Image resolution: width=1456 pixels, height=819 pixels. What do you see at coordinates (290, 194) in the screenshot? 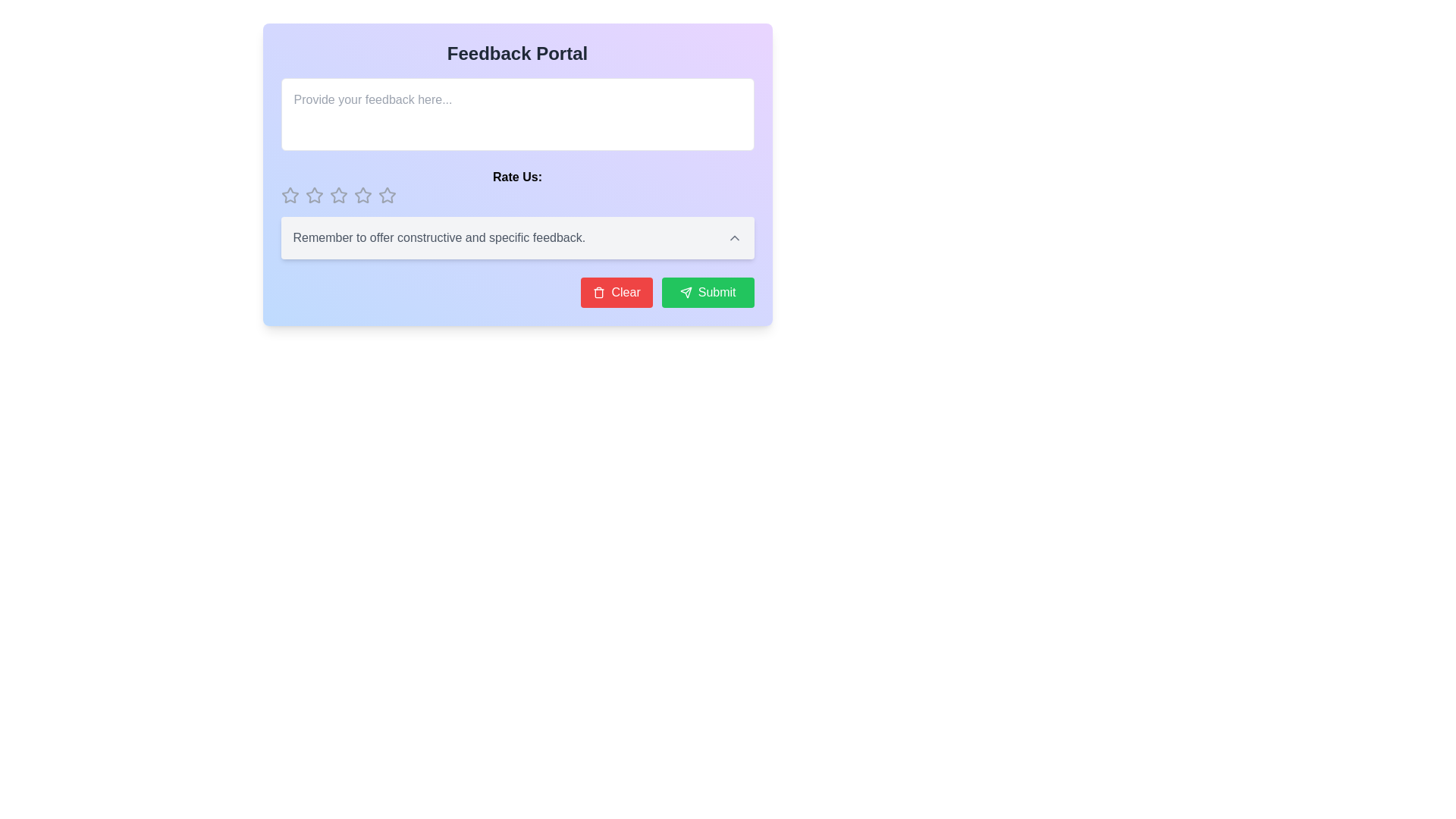
I see `the first star icon for rating, which allows users to provide a one-star rating` at bounding box center [290, 194].